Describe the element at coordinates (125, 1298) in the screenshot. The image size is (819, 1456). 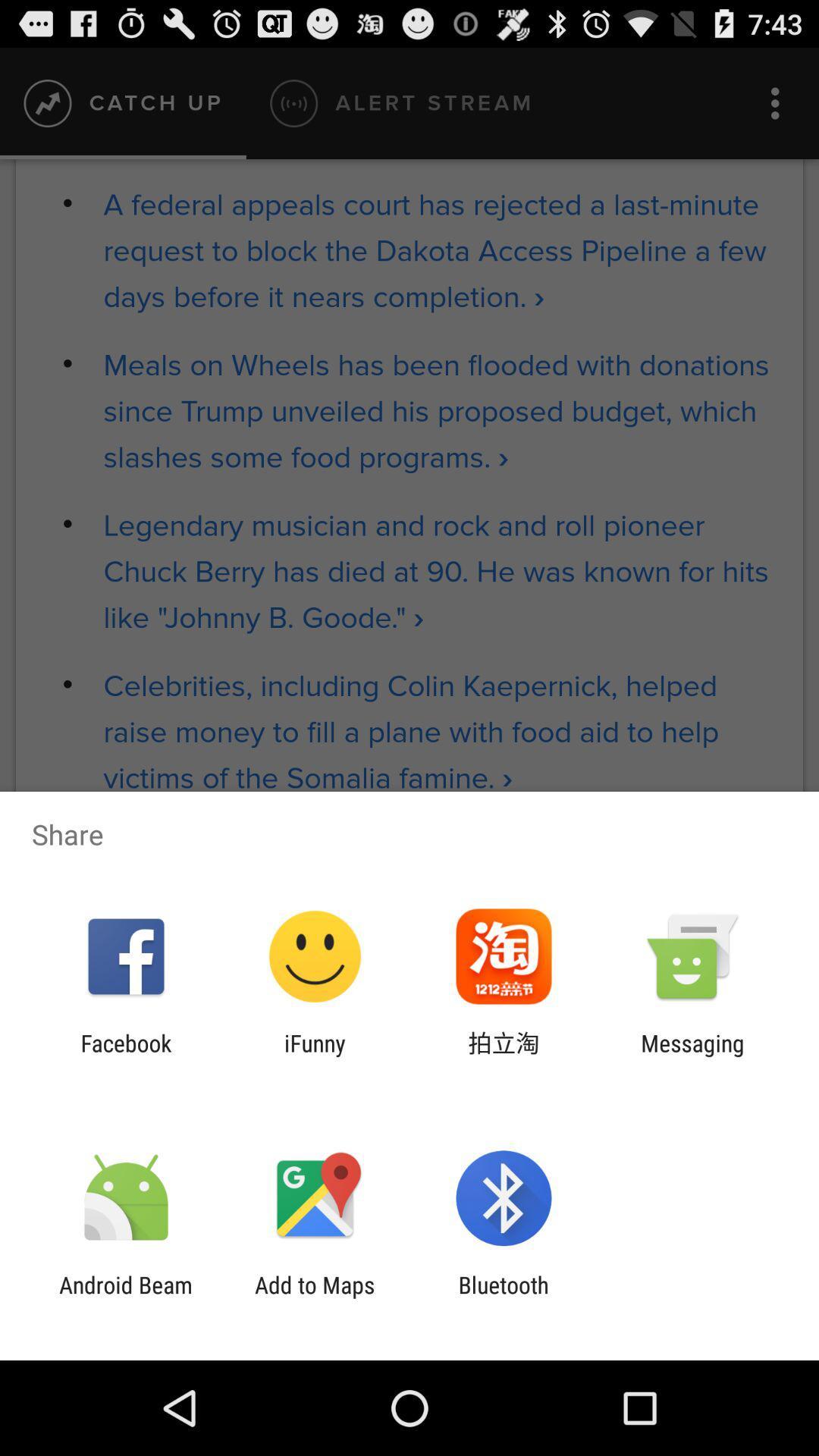
I see `android beam icon` at that location.